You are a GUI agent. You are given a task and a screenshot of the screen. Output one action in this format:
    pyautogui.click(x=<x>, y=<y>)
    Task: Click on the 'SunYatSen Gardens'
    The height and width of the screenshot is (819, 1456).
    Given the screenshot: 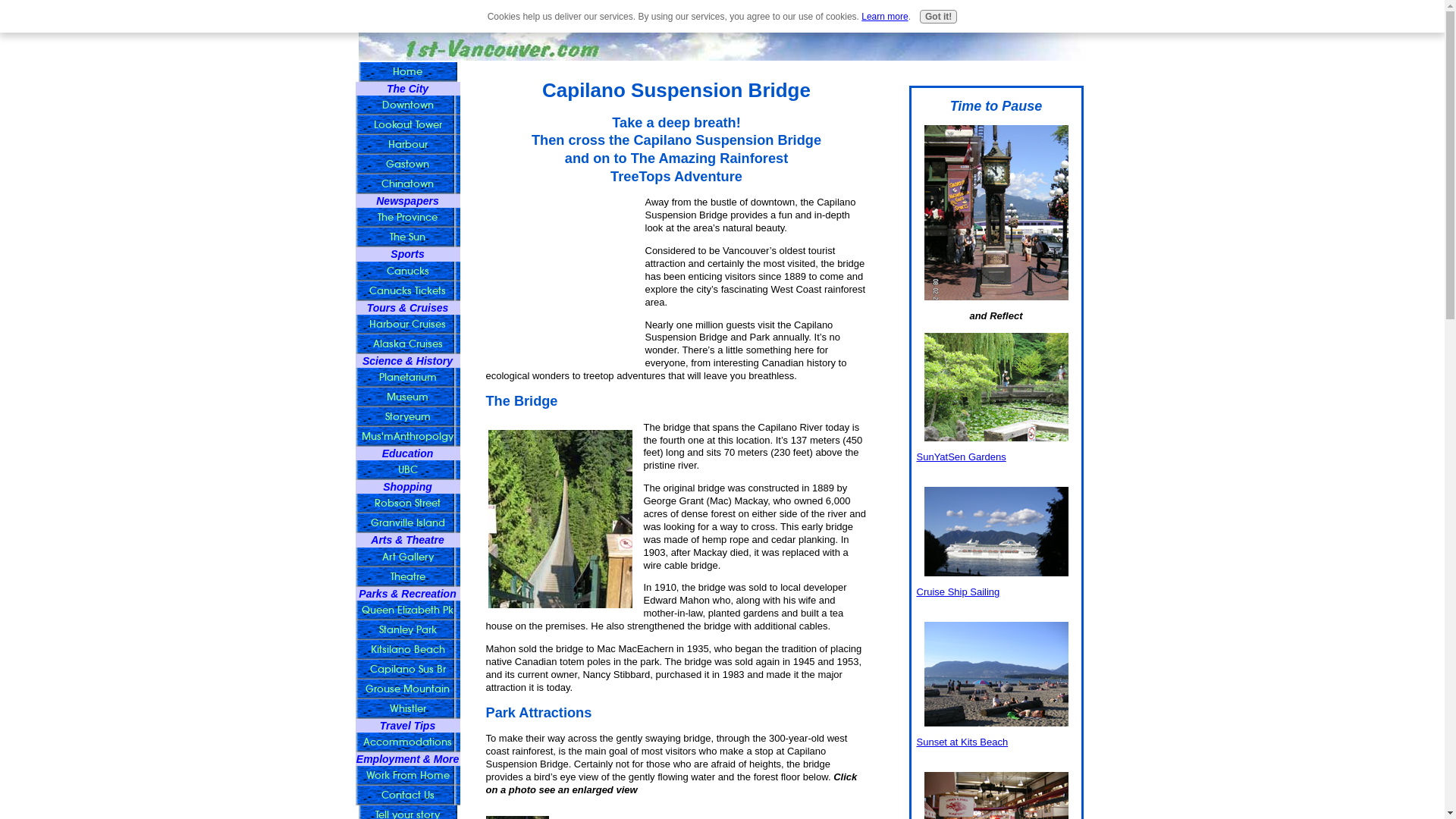 What is the action you would take?
    pyautogui.click(x=960, y=456)
    